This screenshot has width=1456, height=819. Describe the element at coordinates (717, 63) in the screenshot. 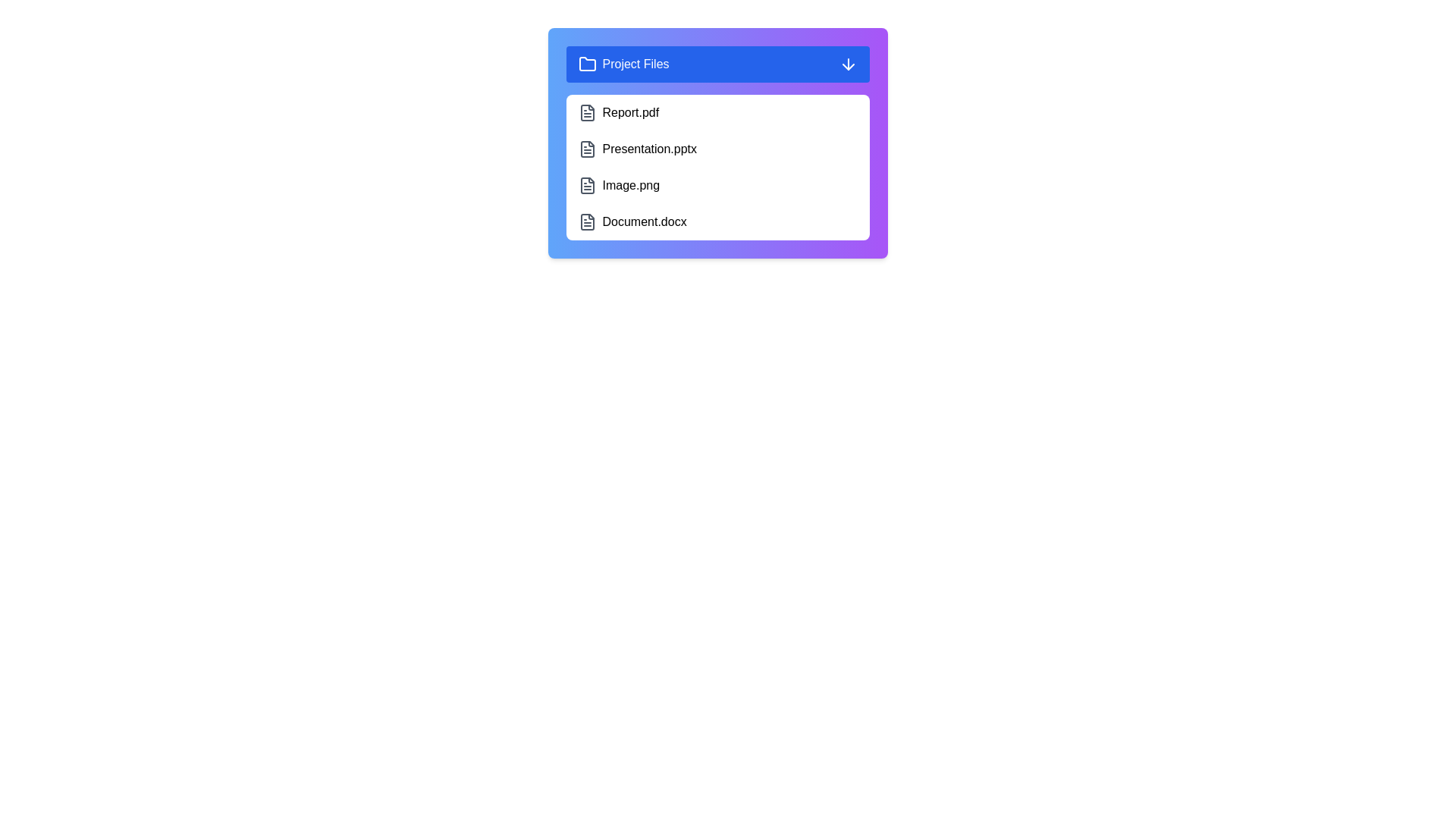

I see `button to toggle the folder view` at that location.